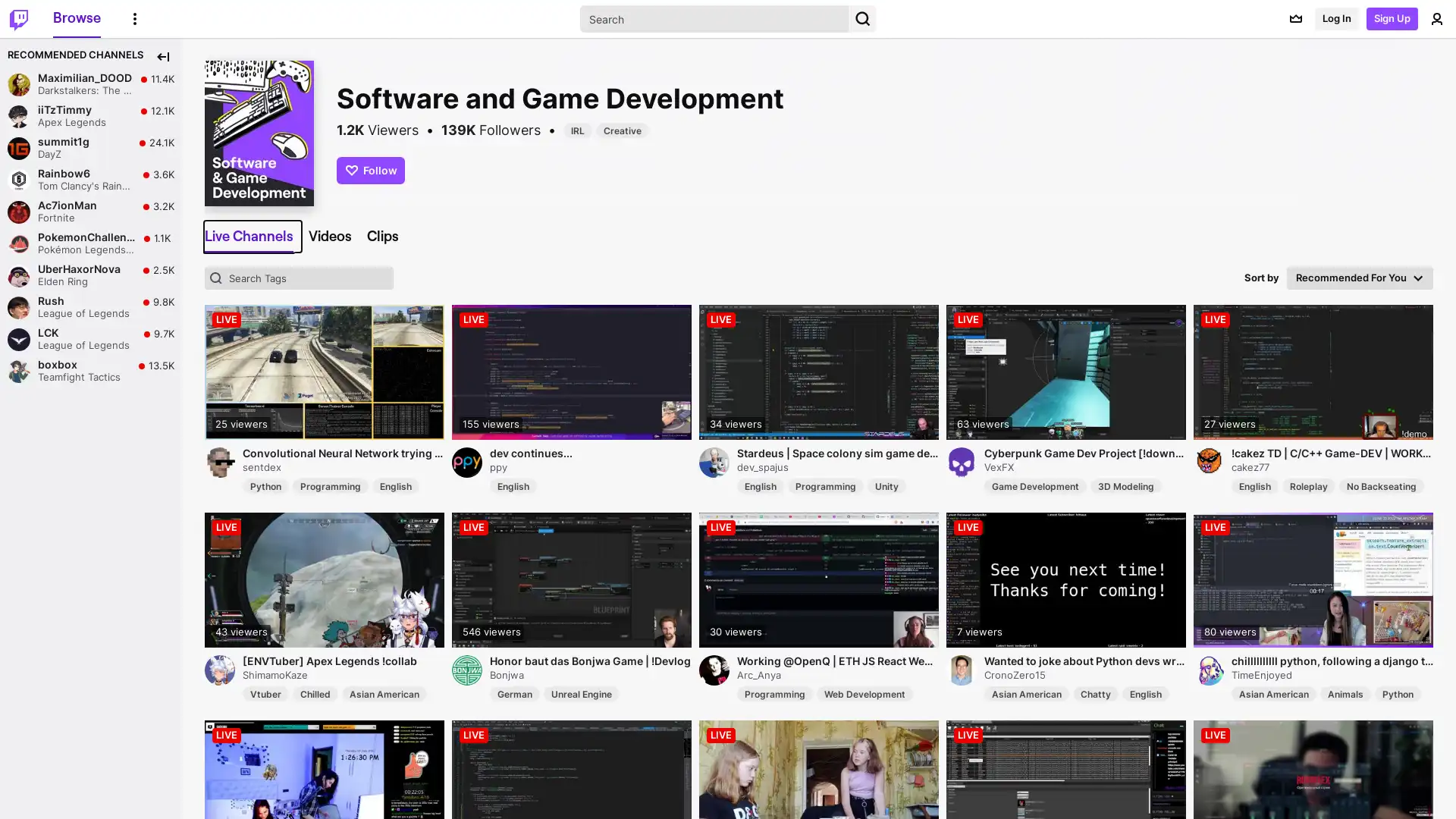 The height and width of the screenshot is (819, 1456). I want to click on Recommended For You, so click(1360, 278).